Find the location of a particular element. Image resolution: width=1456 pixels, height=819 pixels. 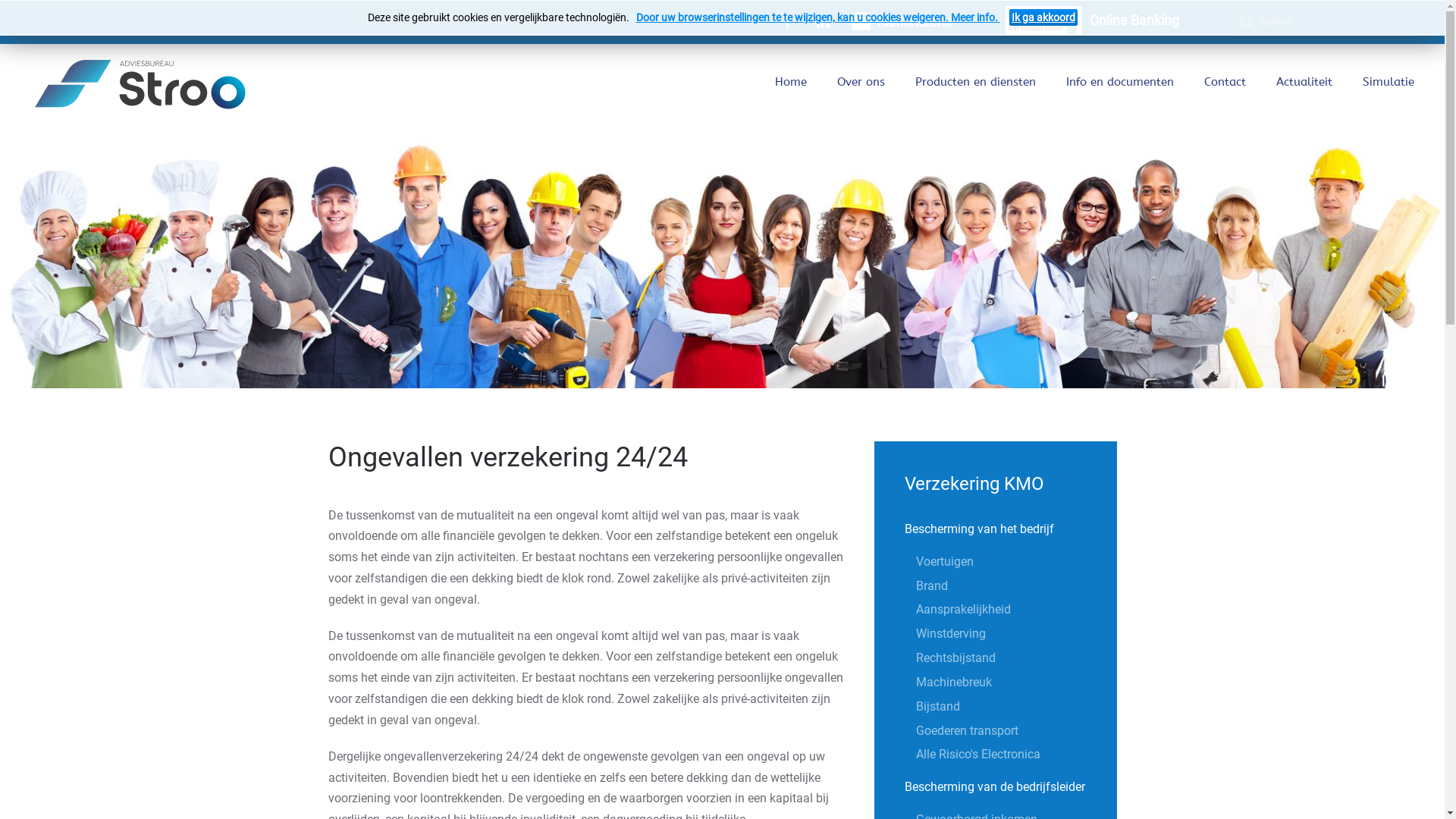

'Producten en diensten' is located at coordinates (975, 82).